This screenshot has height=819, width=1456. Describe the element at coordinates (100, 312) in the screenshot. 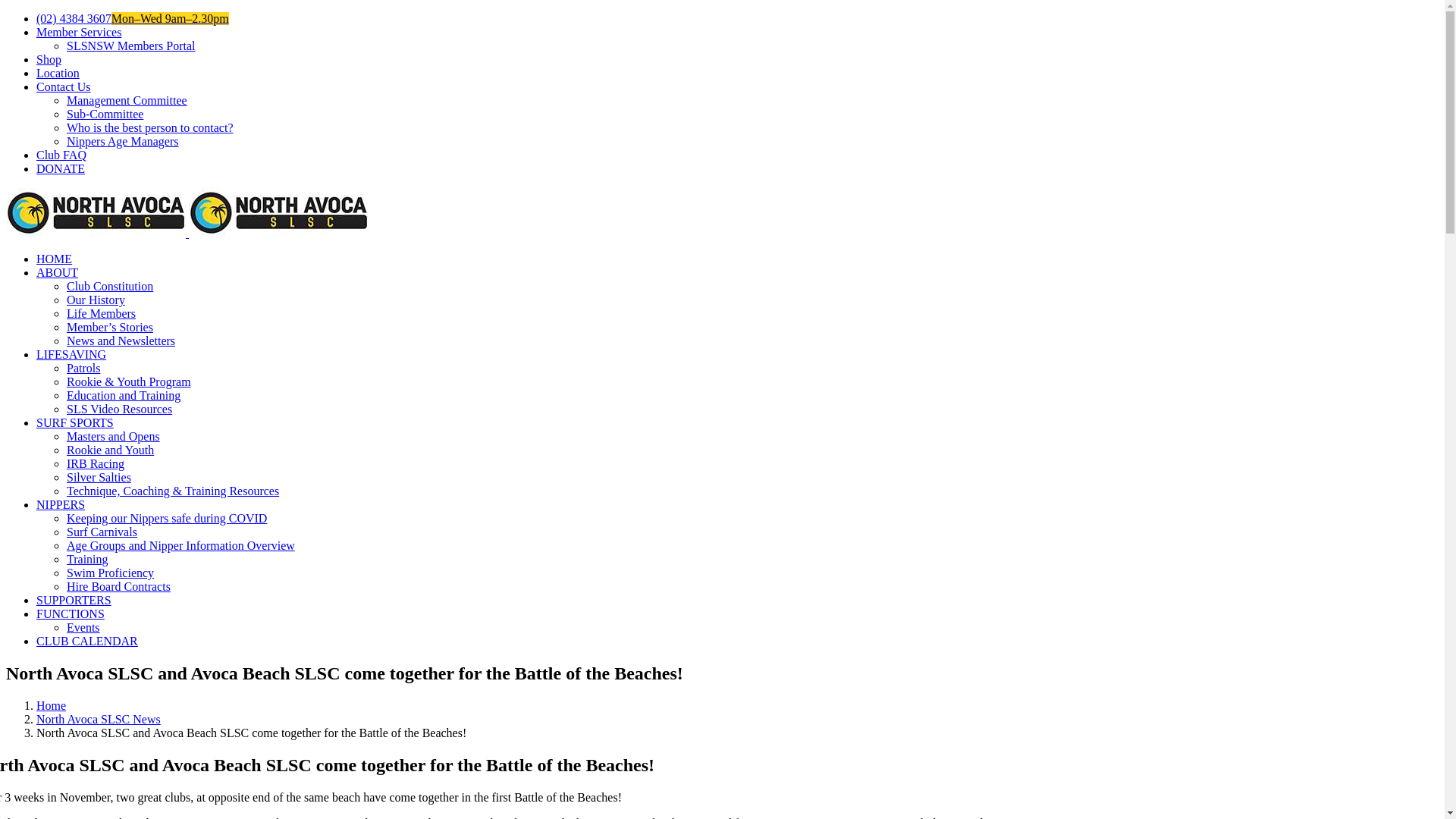

I see `'Life Members'` at that location.